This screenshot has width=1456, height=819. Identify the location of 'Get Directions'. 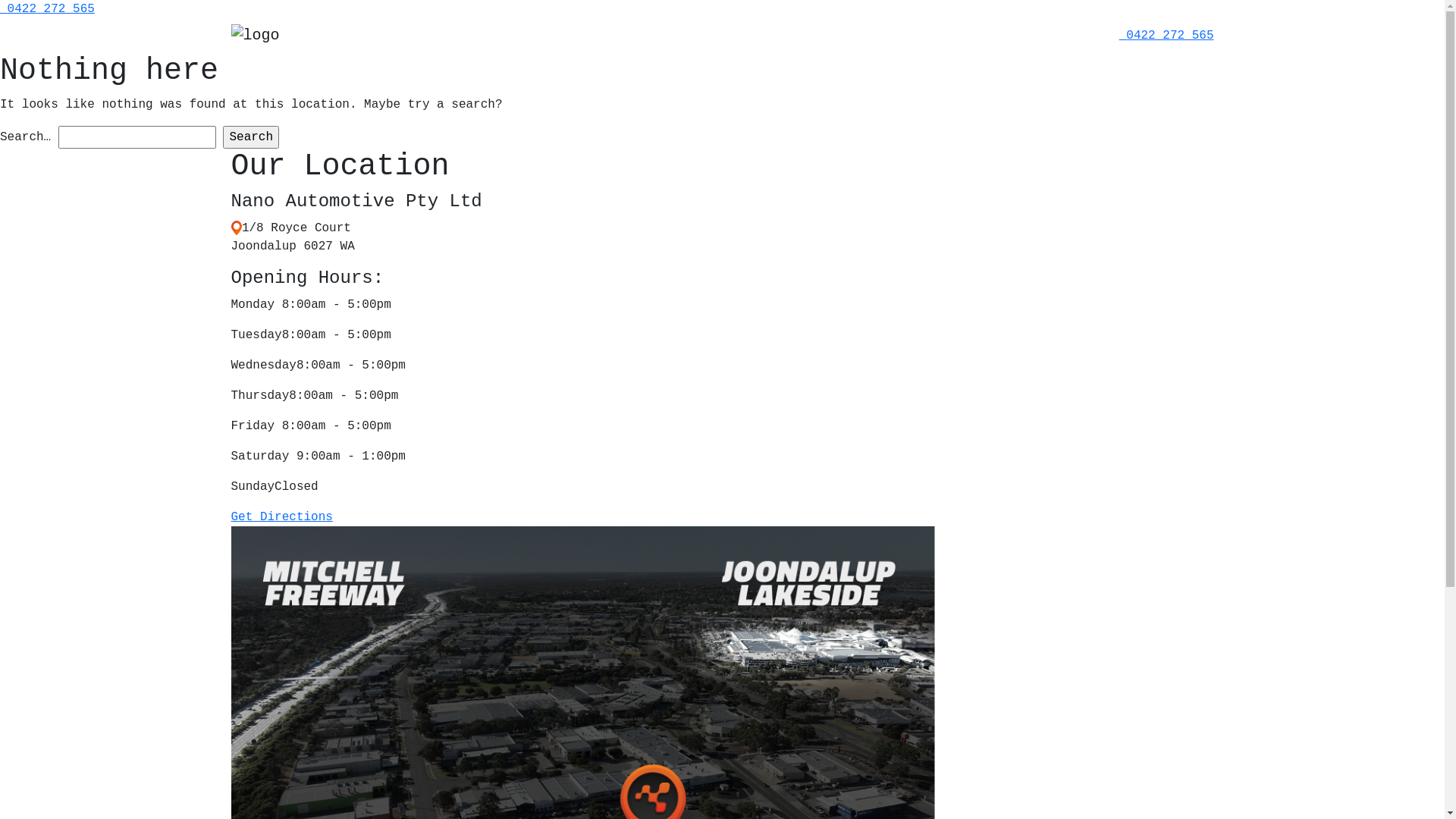
(281, 516).